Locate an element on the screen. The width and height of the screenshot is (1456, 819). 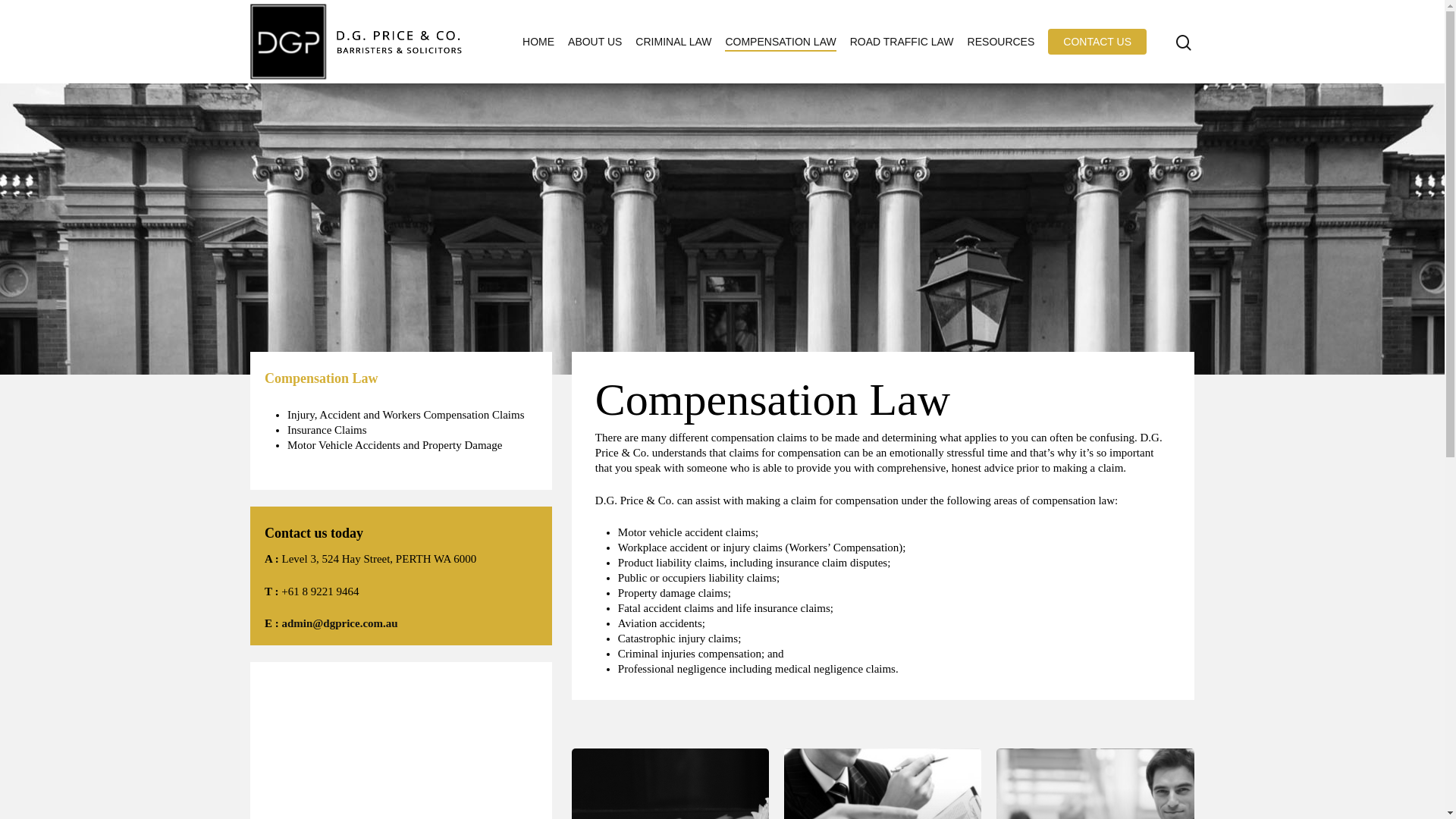
'ABOUT US' is located at coordinates (594, 40).